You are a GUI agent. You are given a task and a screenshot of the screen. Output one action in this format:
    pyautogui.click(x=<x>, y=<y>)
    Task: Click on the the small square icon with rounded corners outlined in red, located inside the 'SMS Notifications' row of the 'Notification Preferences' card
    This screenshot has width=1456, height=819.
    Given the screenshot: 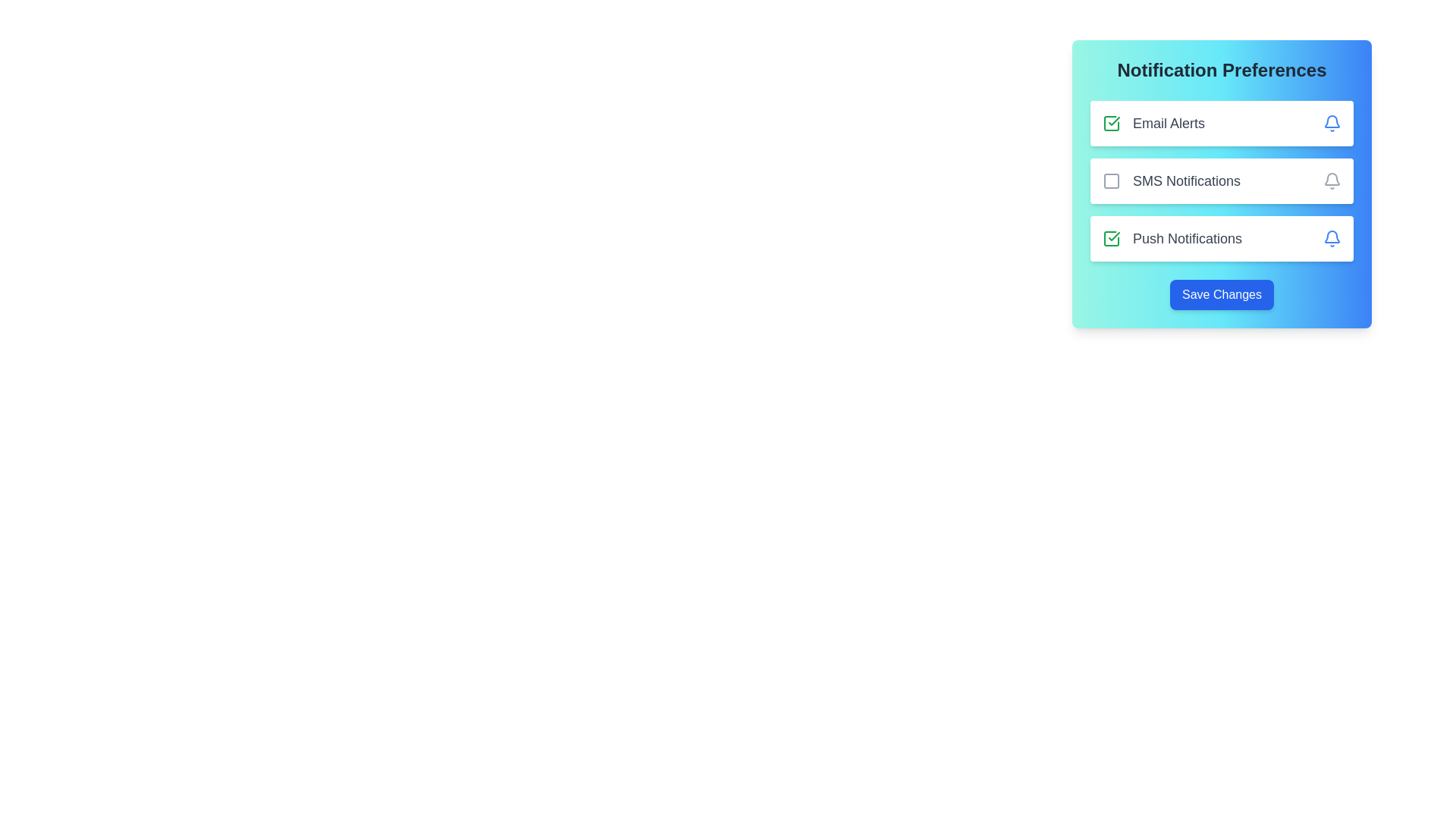 What is the action you would take?
    pyautogui.click(x=1111, y=180)
    